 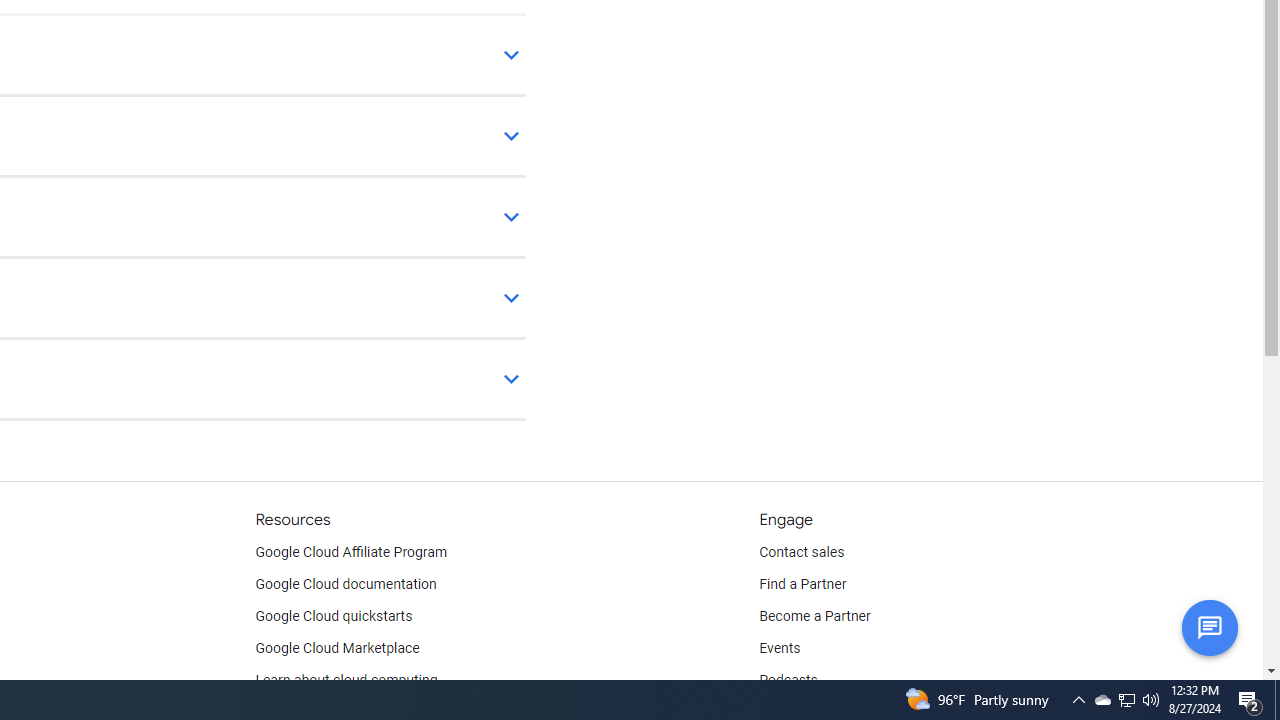 I want to click on 'Podcasts', so click(x=787, y=680).